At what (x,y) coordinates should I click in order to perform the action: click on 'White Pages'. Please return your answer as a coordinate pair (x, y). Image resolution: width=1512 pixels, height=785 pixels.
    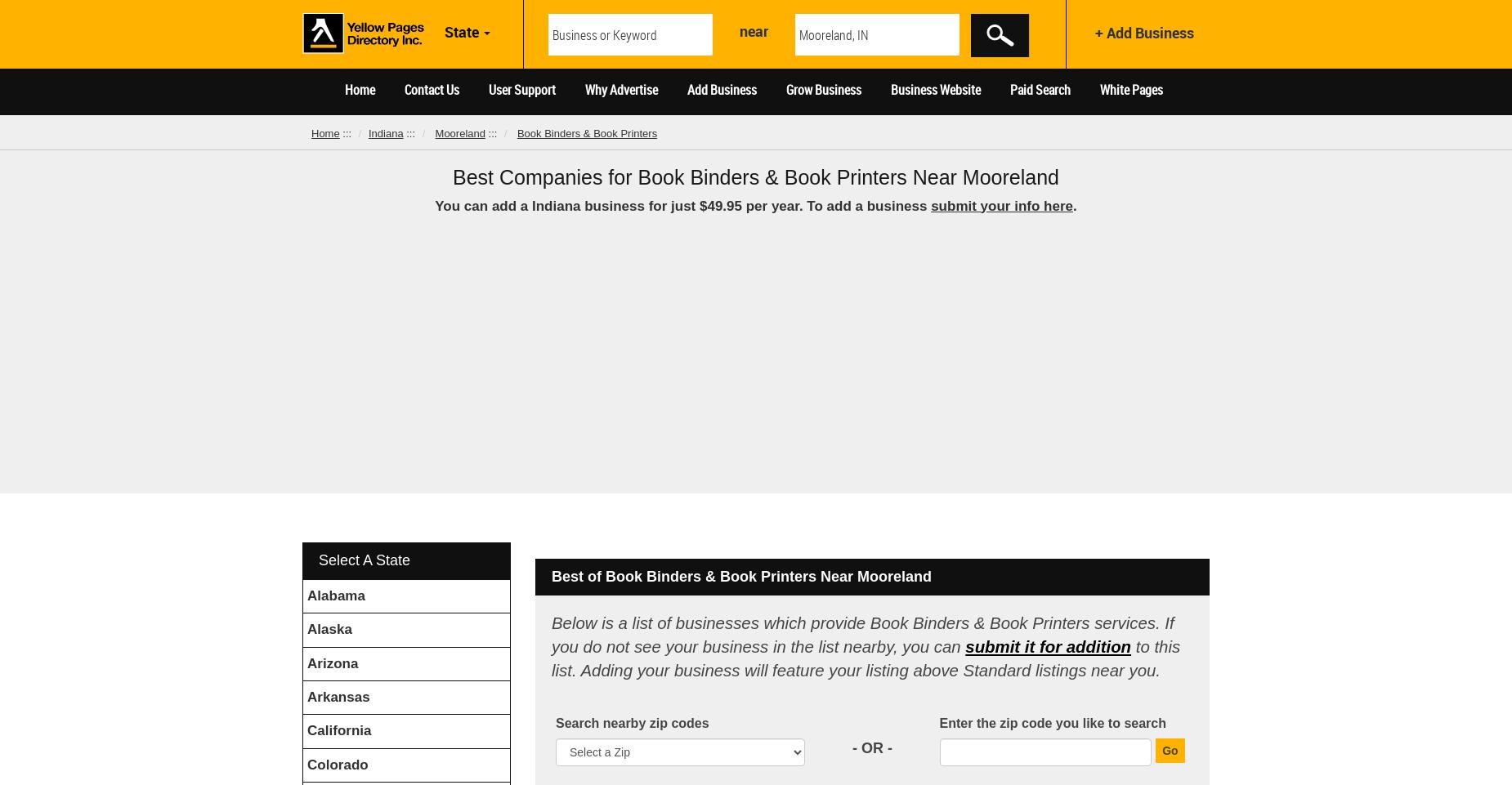
    Looking at the image, I should click on (1130, 89).